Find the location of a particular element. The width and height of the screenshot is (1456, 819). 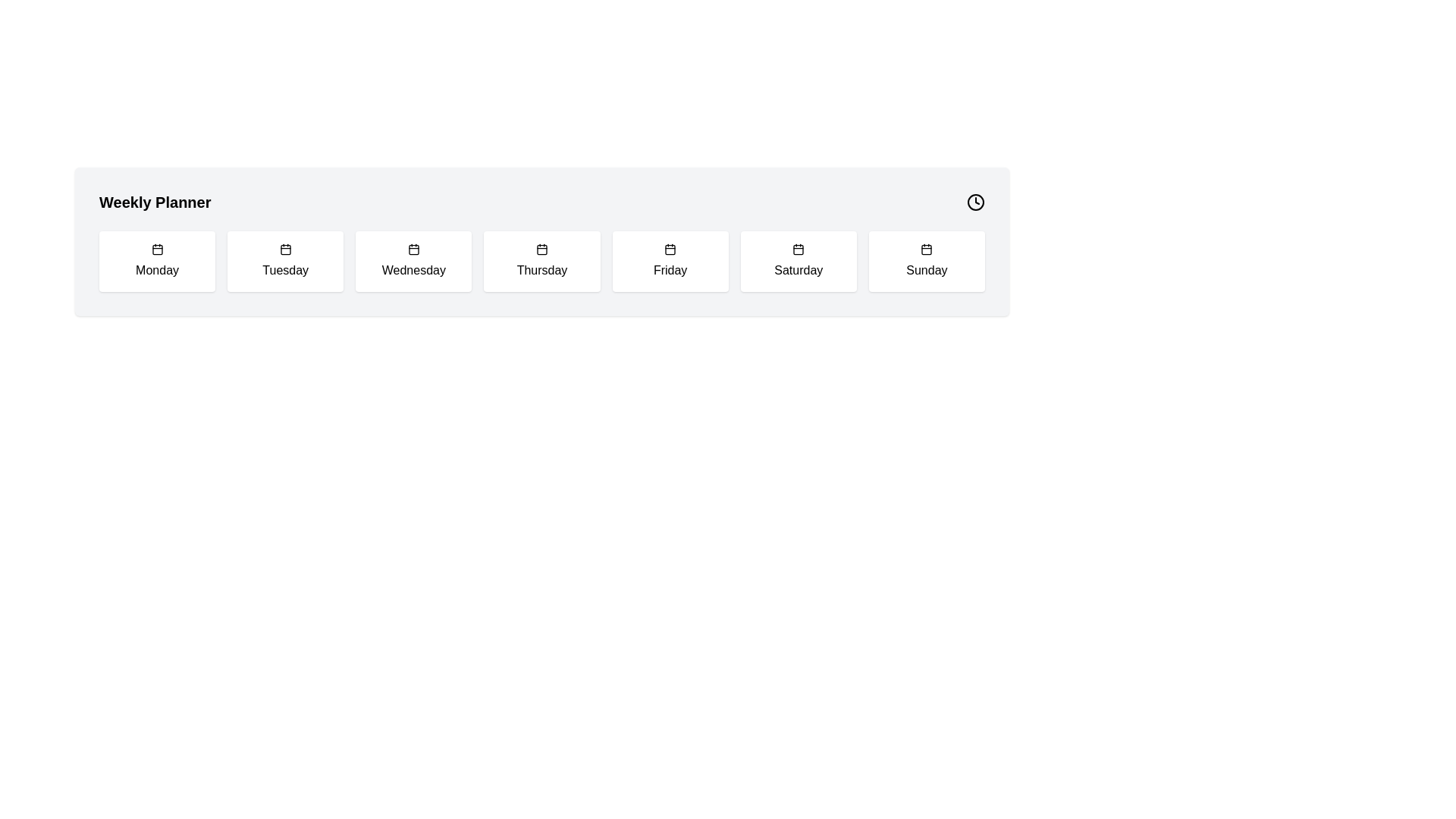

rounded rectangle element located inside the calendar icon associated with 'Monday', which is prominently displayed above the text 'Monday' is located at coordinates (157, 249).